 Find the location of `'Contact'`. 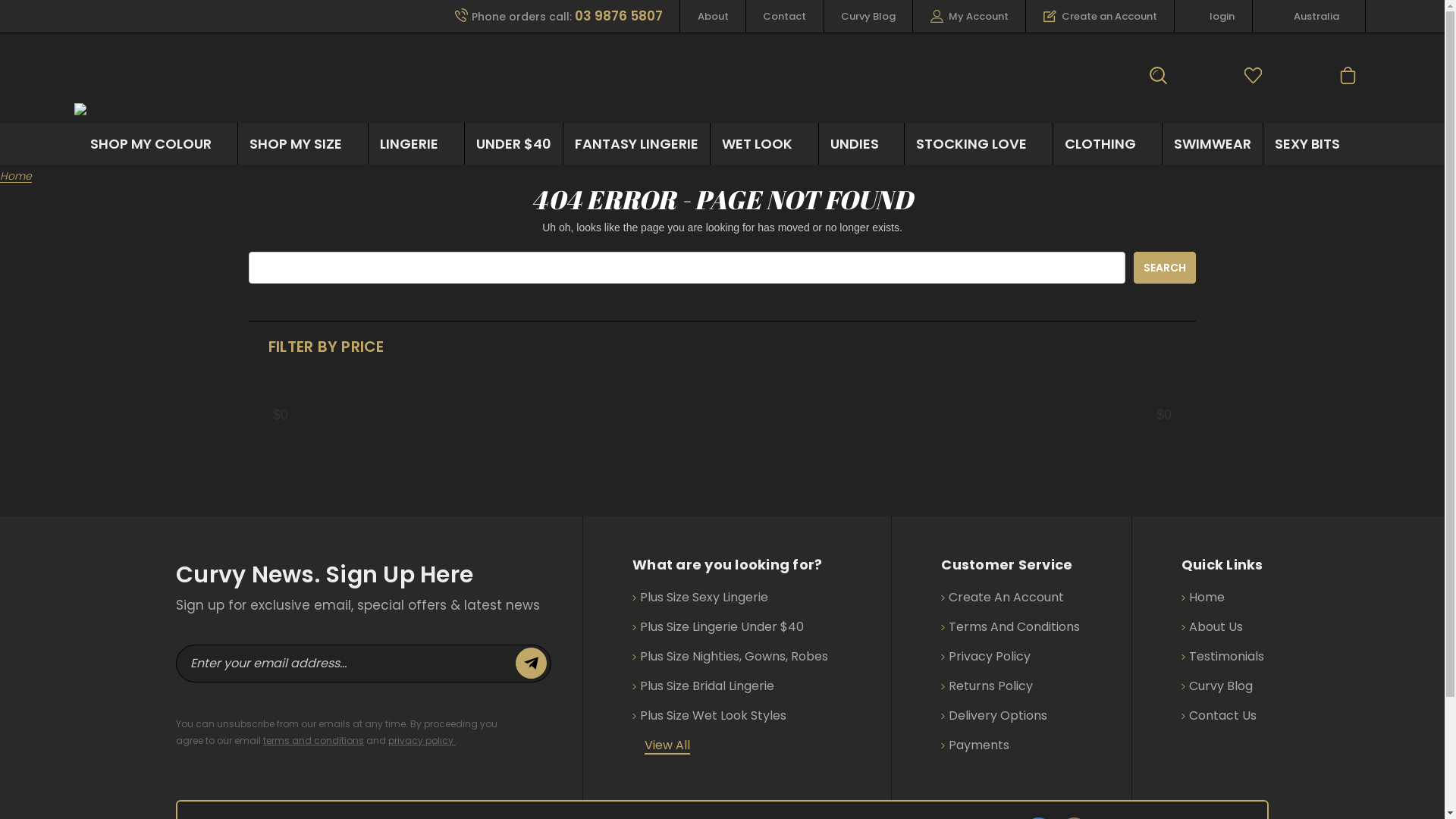

'Contact' is located at coordinates (785, 16).